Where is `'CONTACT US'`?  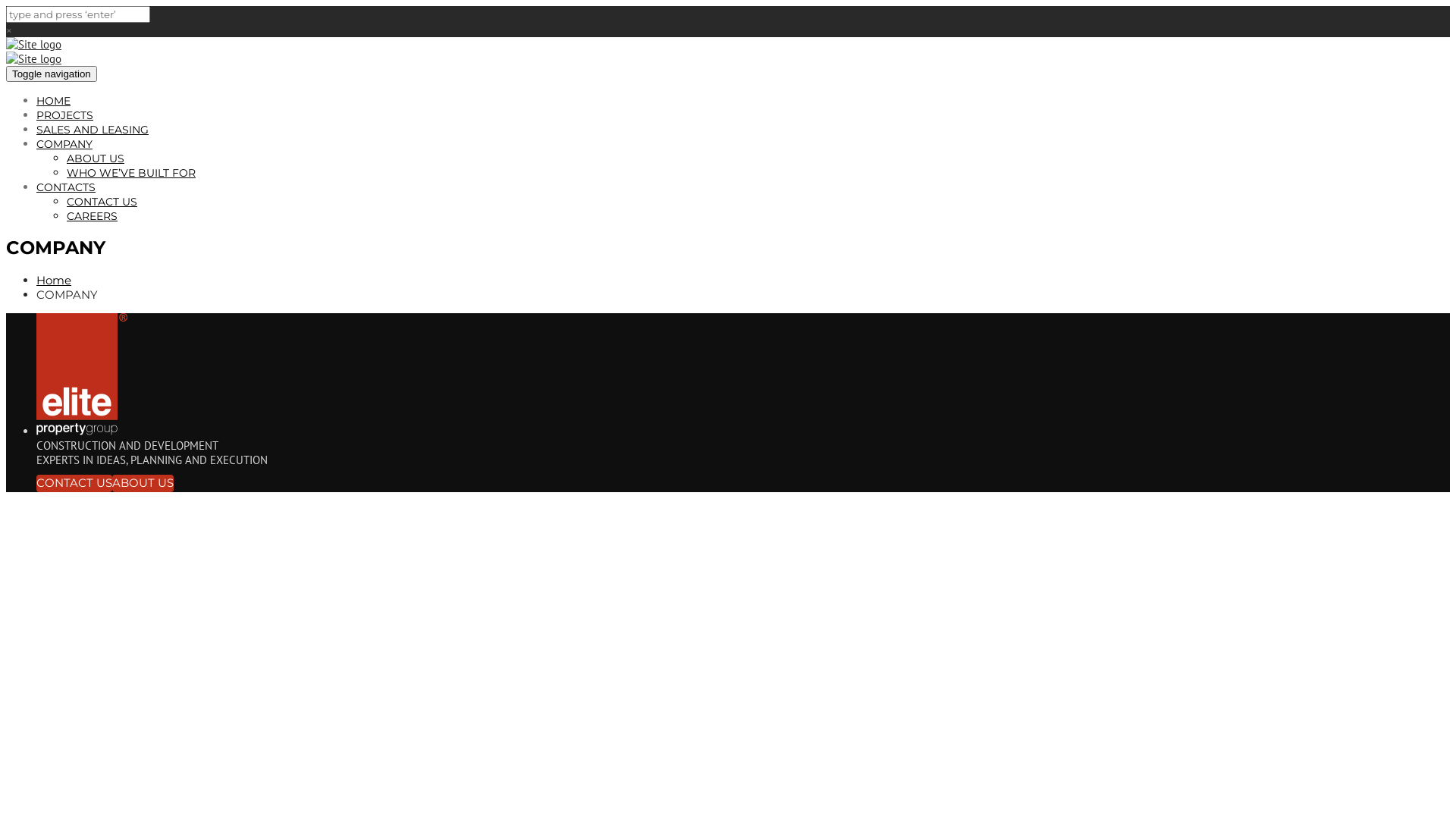
'CONTACT US' is located at coordinates (36, 483).